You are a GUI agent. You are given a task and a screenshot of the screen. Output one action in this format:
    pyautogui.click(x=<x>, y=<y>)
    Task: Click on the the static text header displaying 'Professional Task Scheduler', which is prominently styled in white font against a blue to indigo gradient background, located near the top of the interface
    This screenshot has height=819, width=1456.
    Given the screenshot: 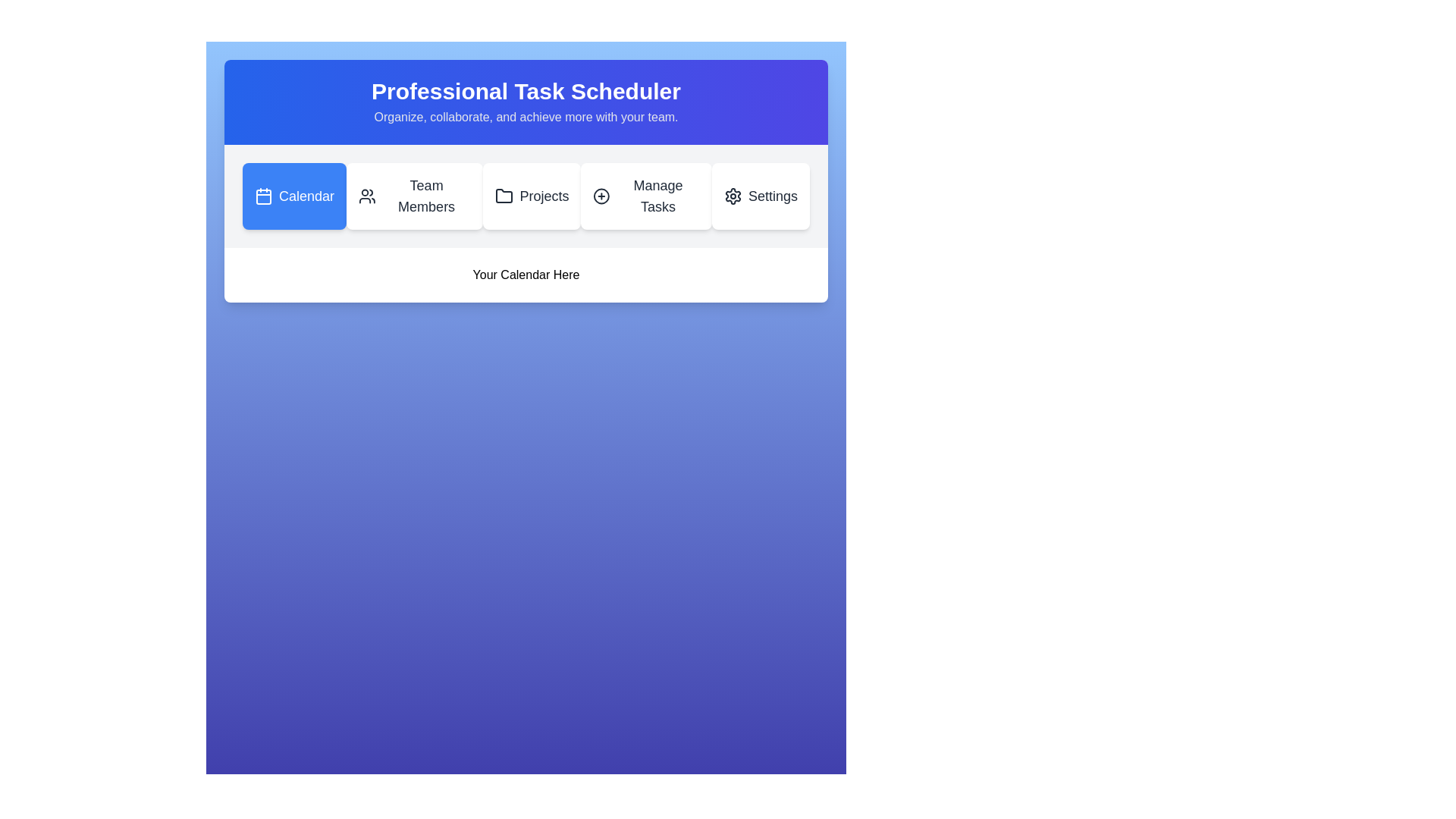 What is the action you would take?
    pyautogui.click(x=526, y=91)
    